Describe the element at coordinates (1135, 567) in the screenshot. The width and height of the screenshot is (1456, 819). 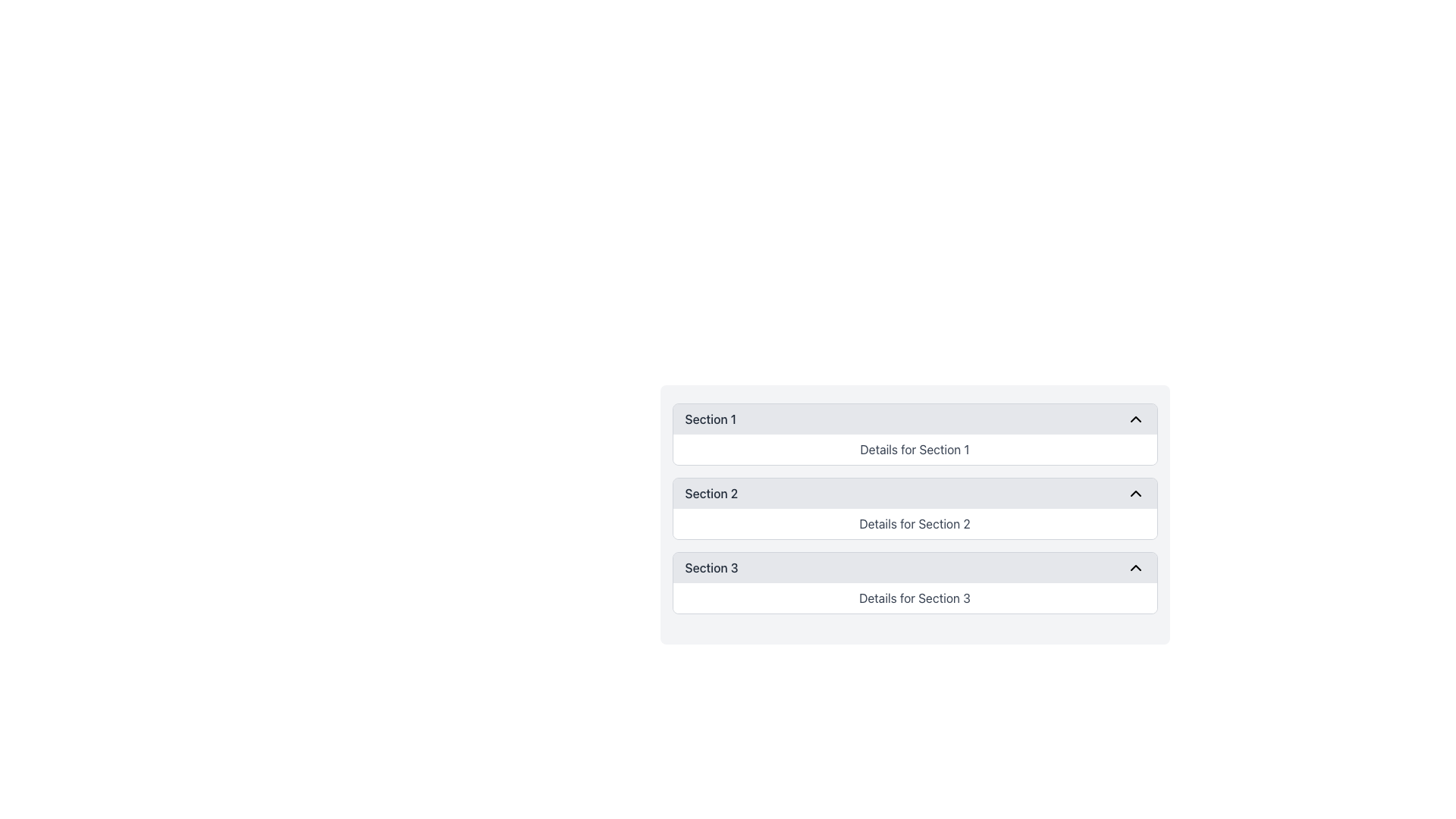
I see `the toggle icon located at the far-right side of the 'Section 3' header` at that location.